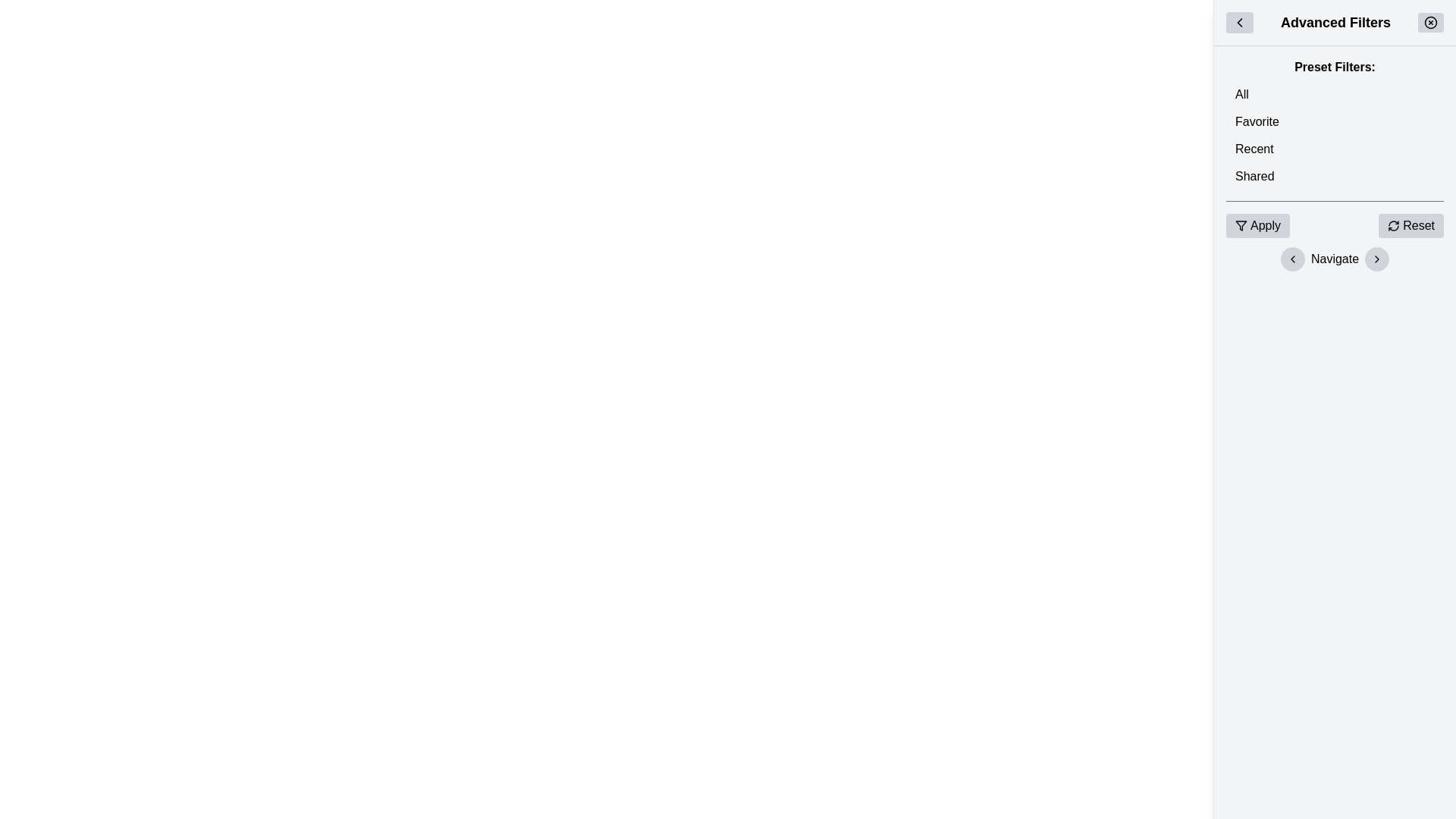 Image resolution: width=1456 pixels, height=819 pixels. What do you see at coordinates (1335, 94) in the screenshot?
I see `the 'All' button, which is a rectangular button with a light background and rounded corners, located at the top of the vertical list of buttons in the 'Preset Filters' section of the right sidebar` at bounding box center [1335, 94].